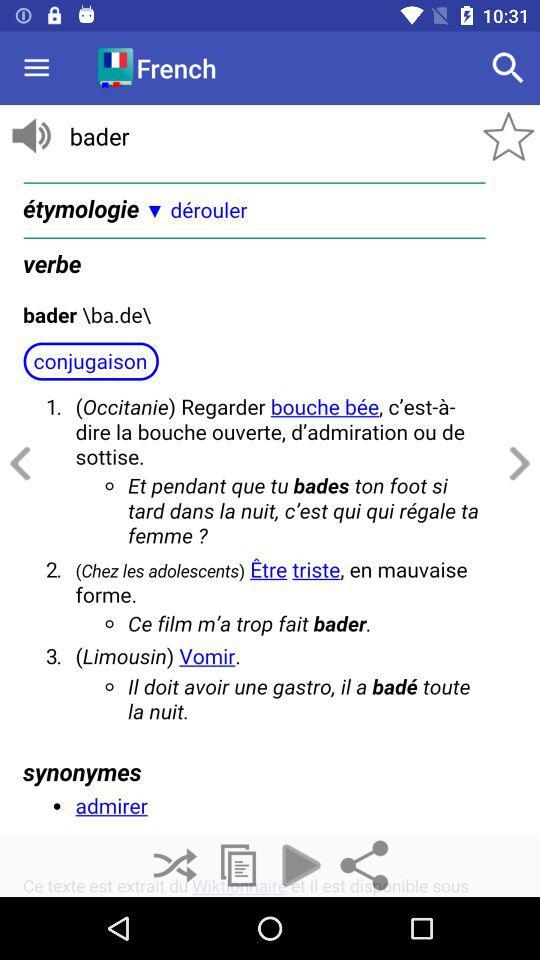  What do you see at coordinates (238, 864) in the screenshot?
I see `note pega` at bounding box center [238, 864].